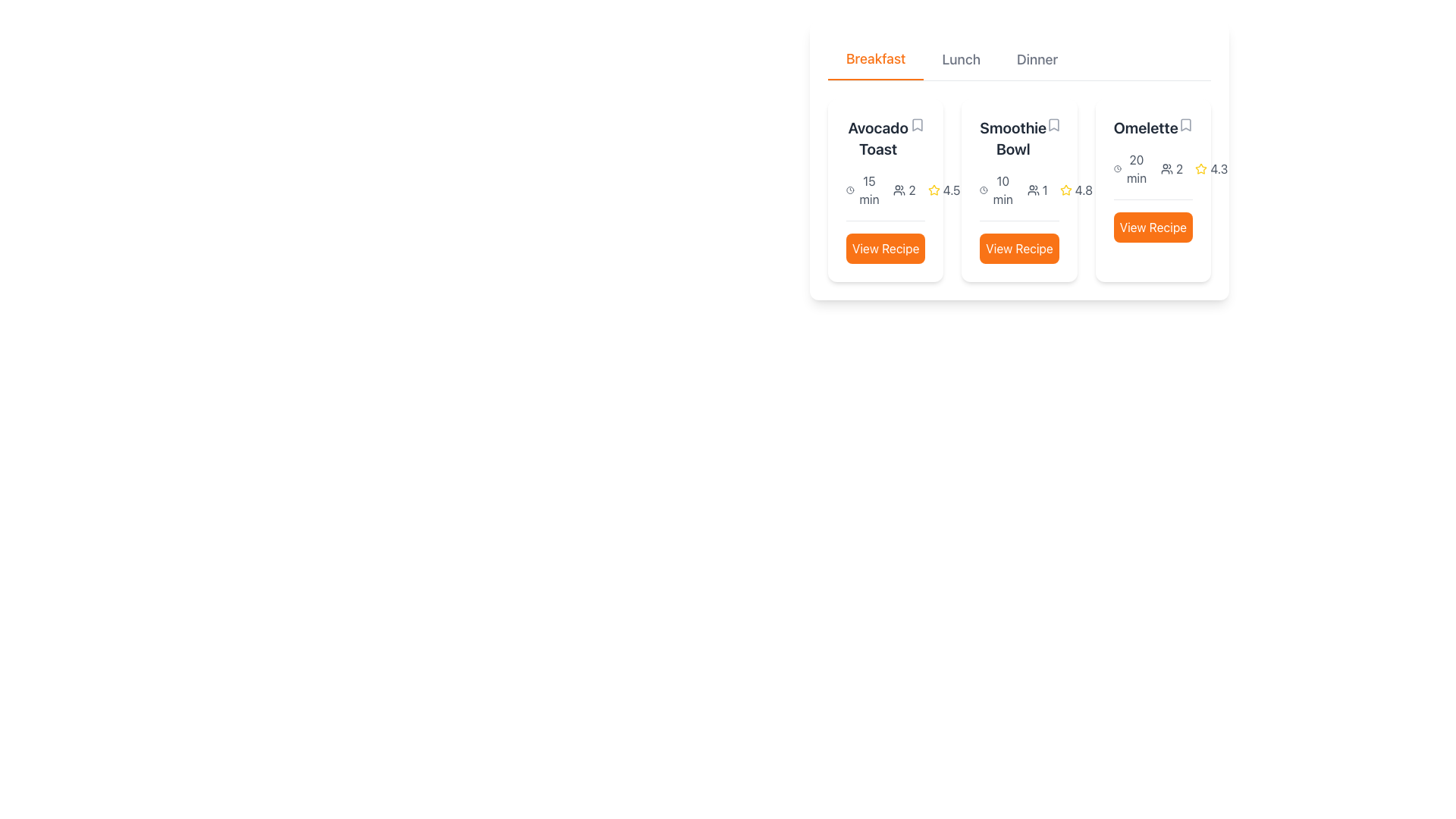  I want to click on the cooking time icon for the second recipe under the 'Smoothie Bowl' section, which indicates '10 min', so click(984, 189).